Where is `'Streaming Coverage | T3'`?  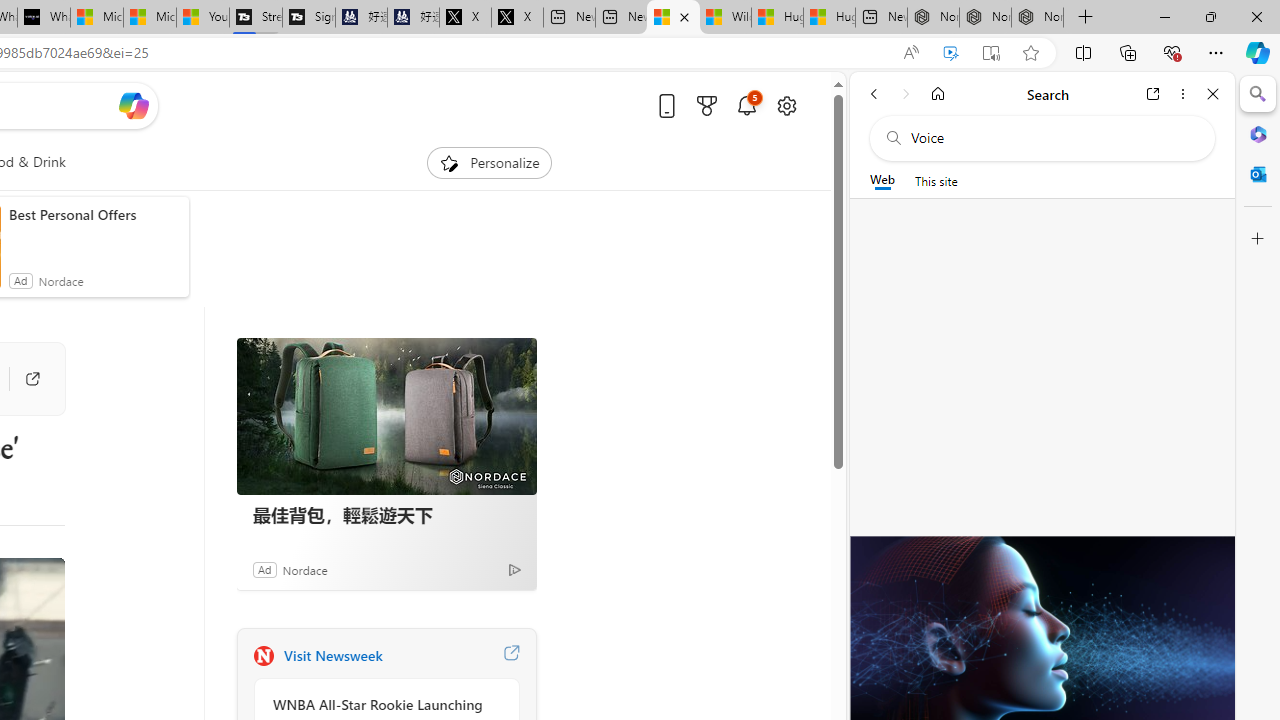 'Streaming Coverage | T3' is located at coordinates (255, 17).